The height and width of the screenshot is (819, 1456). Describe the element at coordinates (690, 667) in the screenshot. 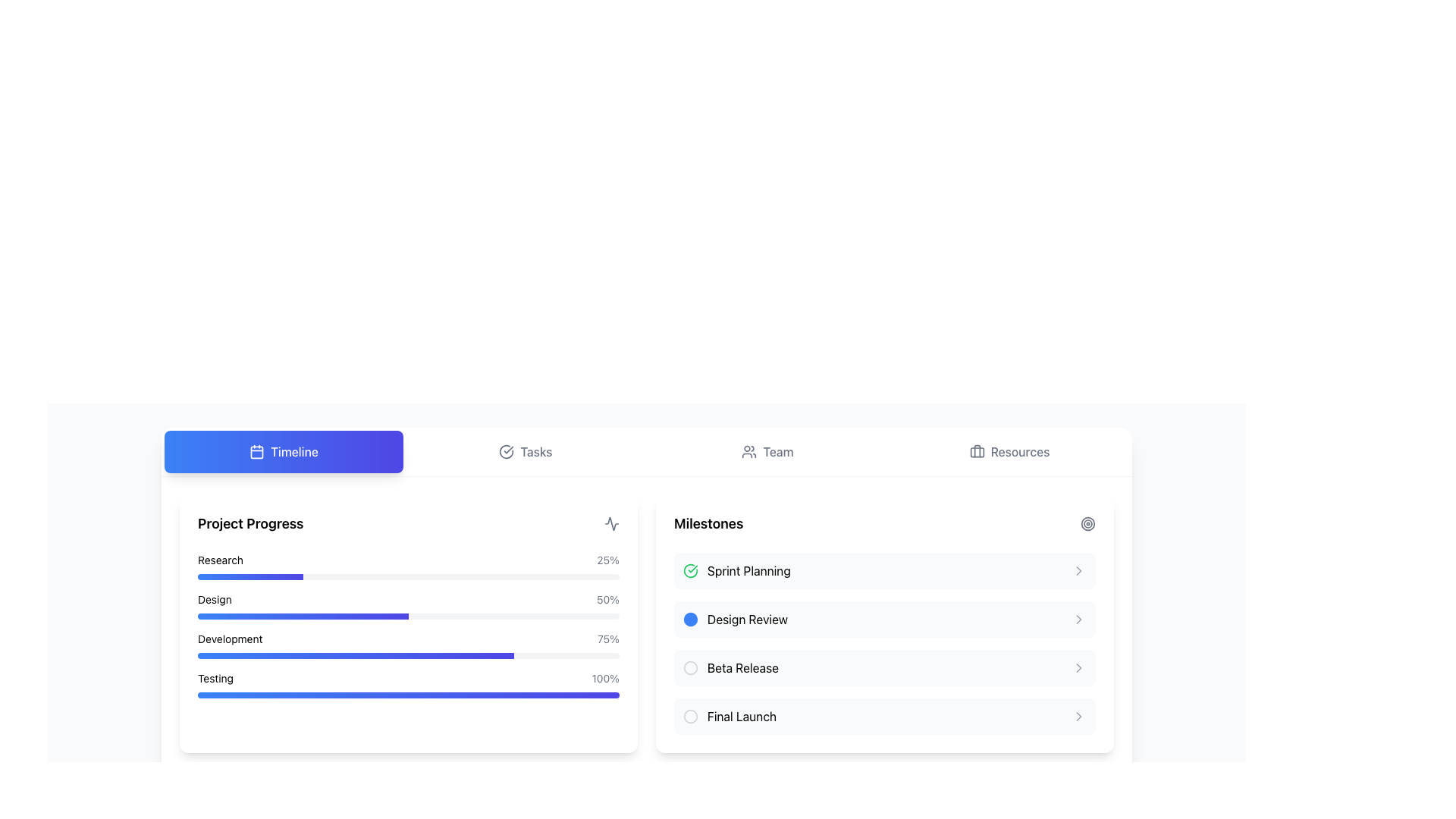

I see `the icon representing the status of the 'Beta Release' milestone, located adjacent to the 'Beta Release' label` at that location.